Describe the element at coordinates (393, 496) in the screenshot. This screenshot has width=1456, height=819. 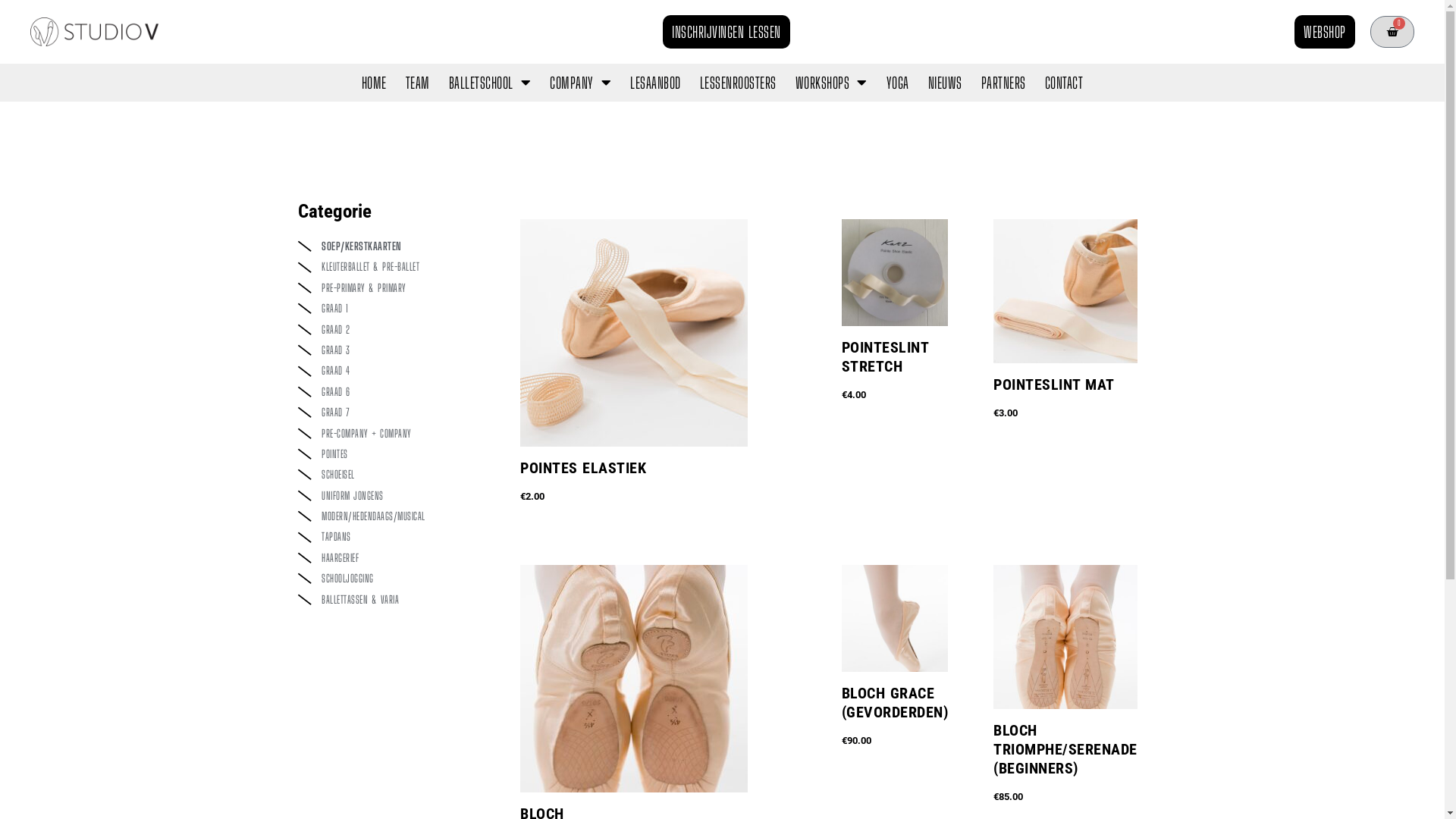
I see `'UNIFORM JONGENS'` at that location.